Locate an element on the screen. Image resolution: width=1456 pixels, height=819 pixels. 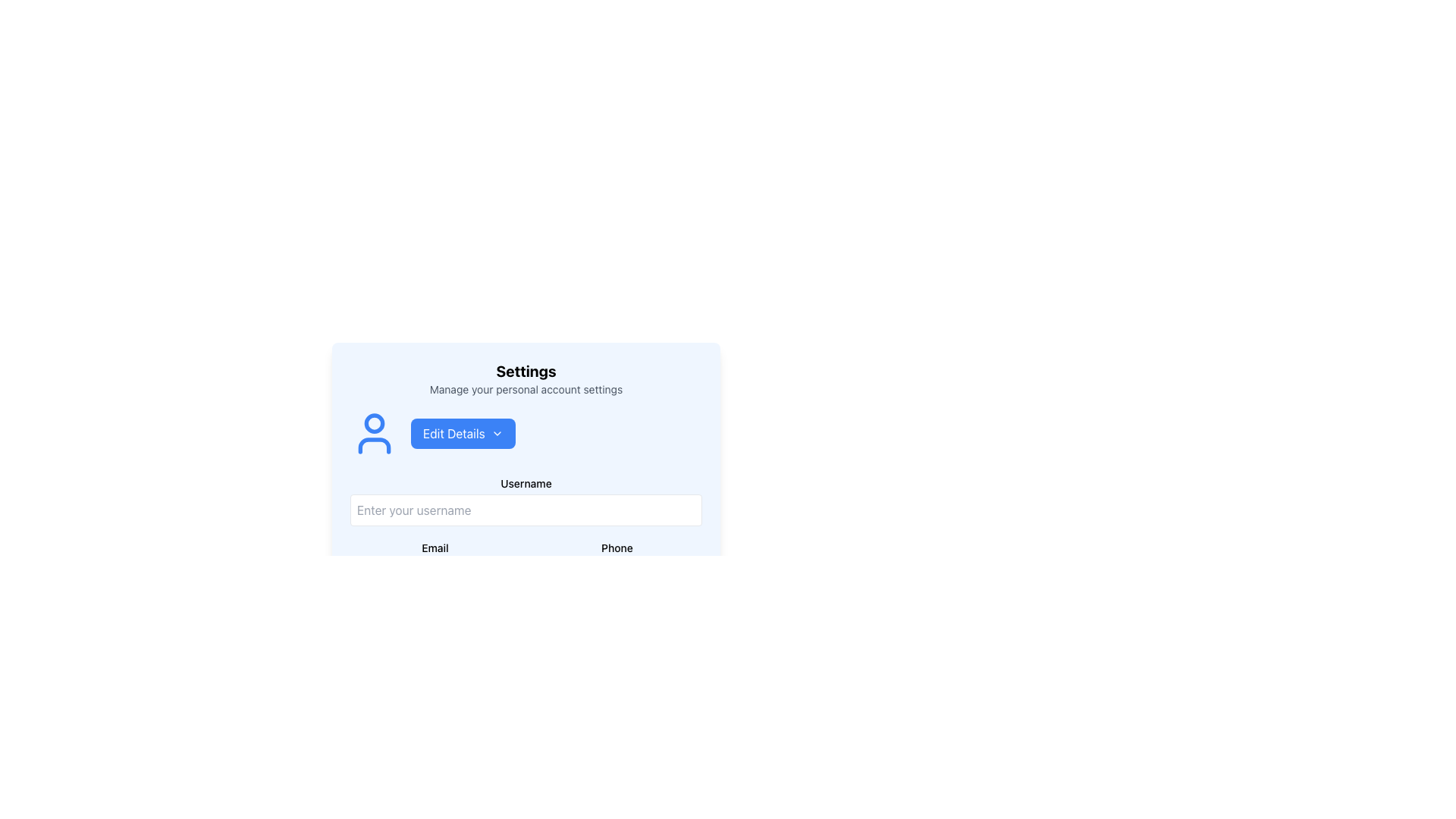
the subtitle text that provides an explanation for the settings section, located directly below the bold 'Settings' title is located at coordinates (526, 388).